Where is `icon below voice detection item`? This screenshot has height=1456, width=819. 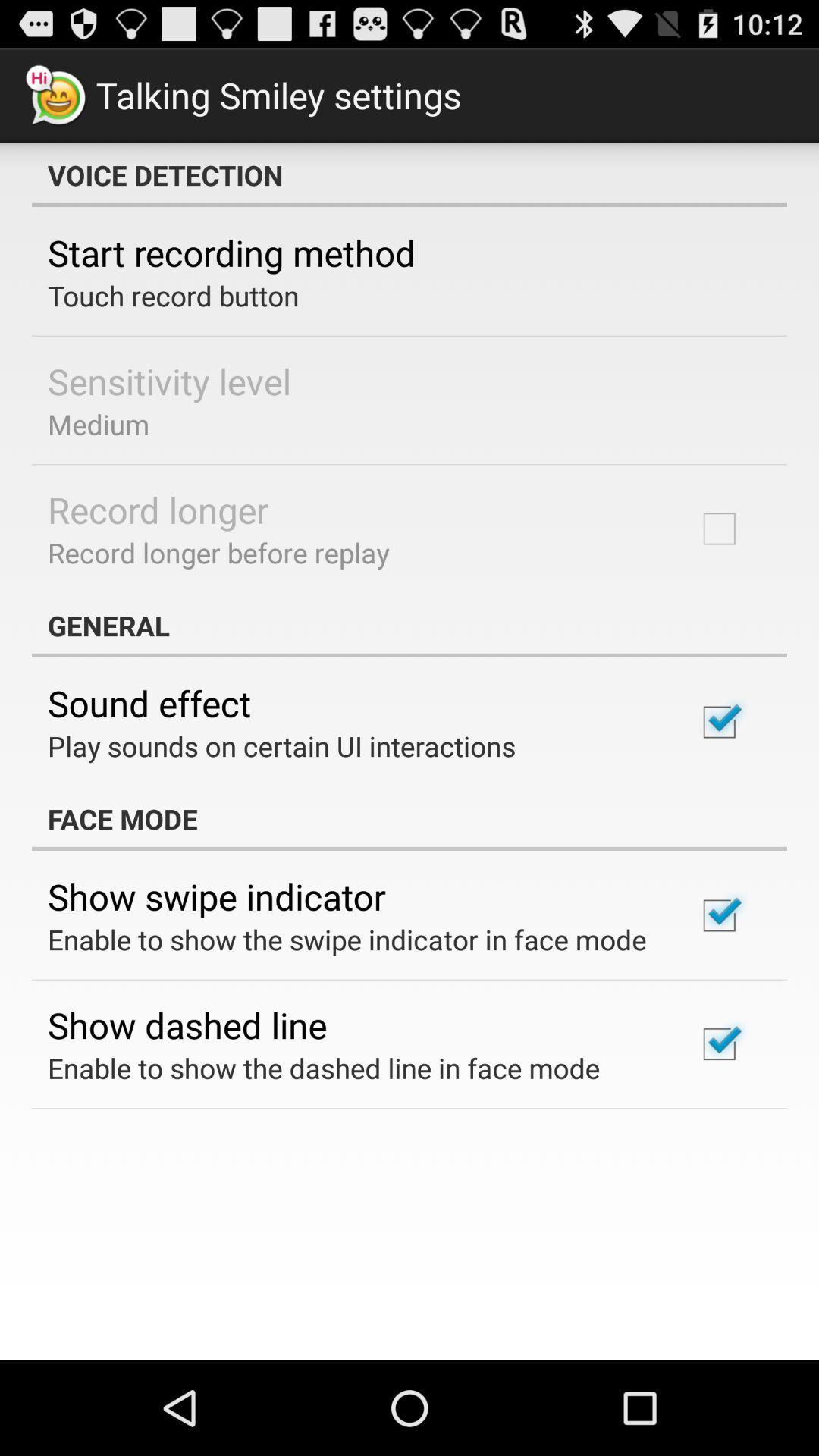 icon below voice detection item is located at coordinates (231, 253).